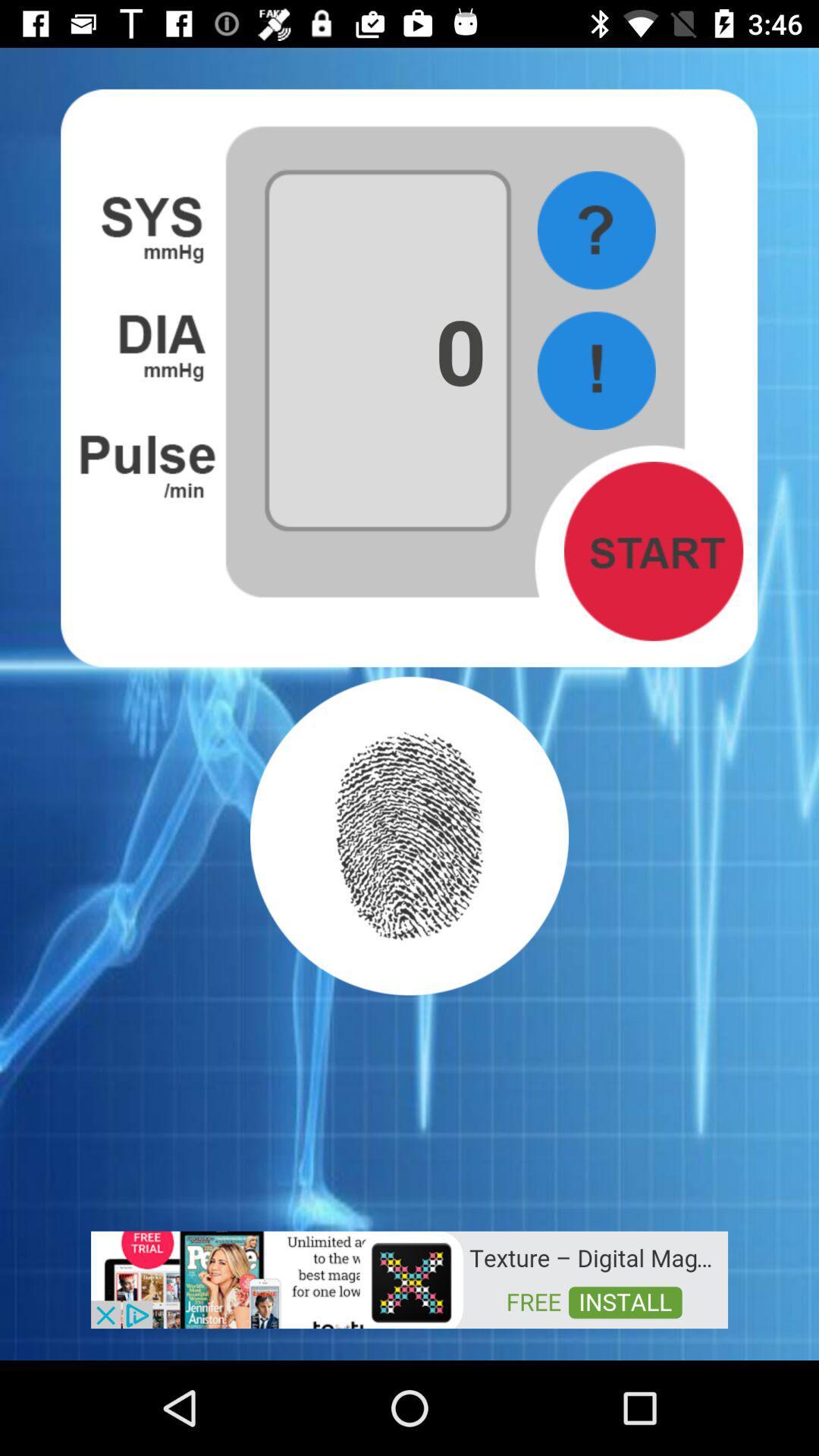  Describe the element at coordinates (595, 230) in the screenshot. I see `help option` at that location.